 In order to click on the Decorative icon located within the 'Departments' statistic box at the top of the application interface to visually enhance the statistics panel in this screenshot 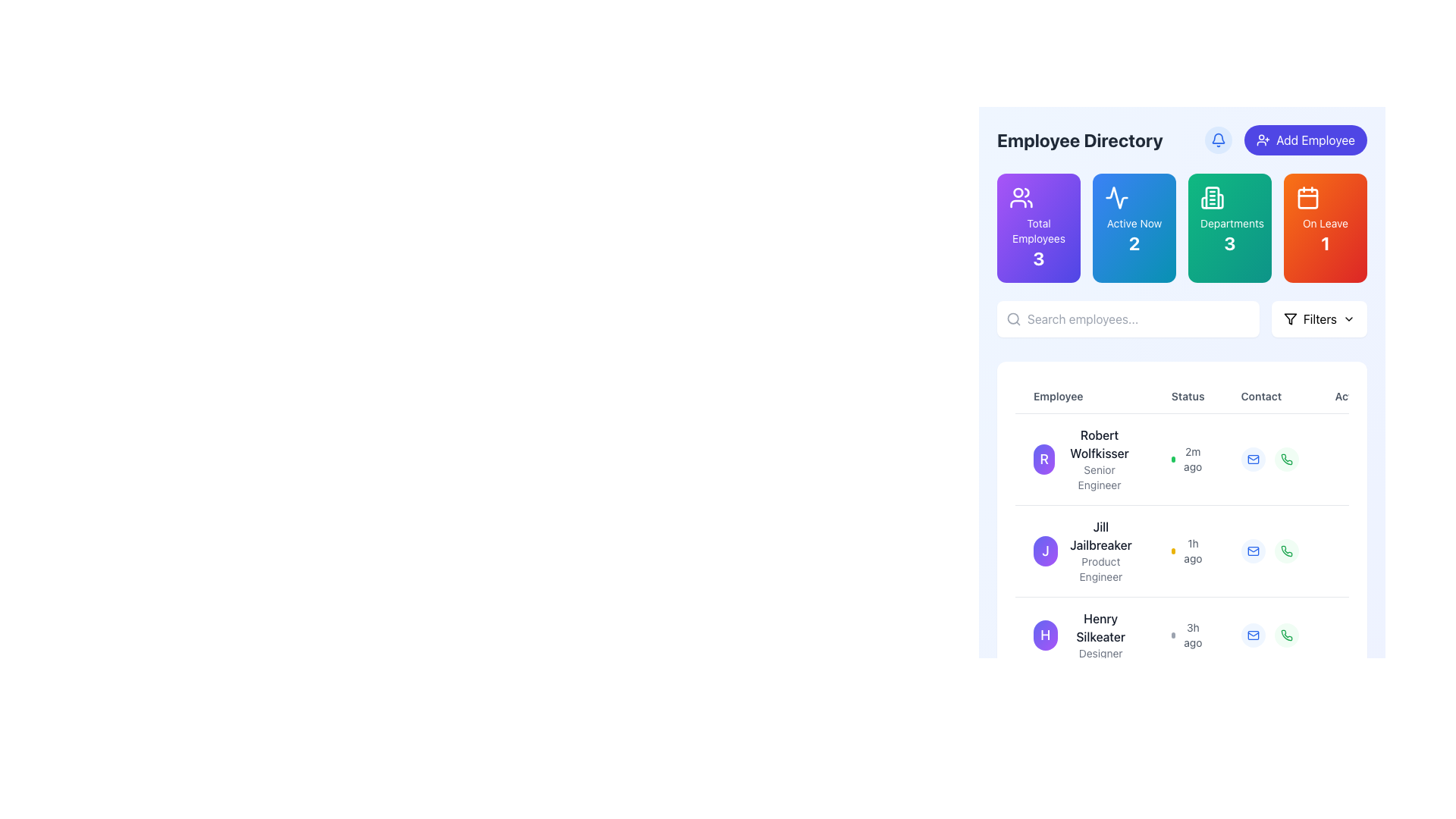, I will do `click(1211, 197)`.